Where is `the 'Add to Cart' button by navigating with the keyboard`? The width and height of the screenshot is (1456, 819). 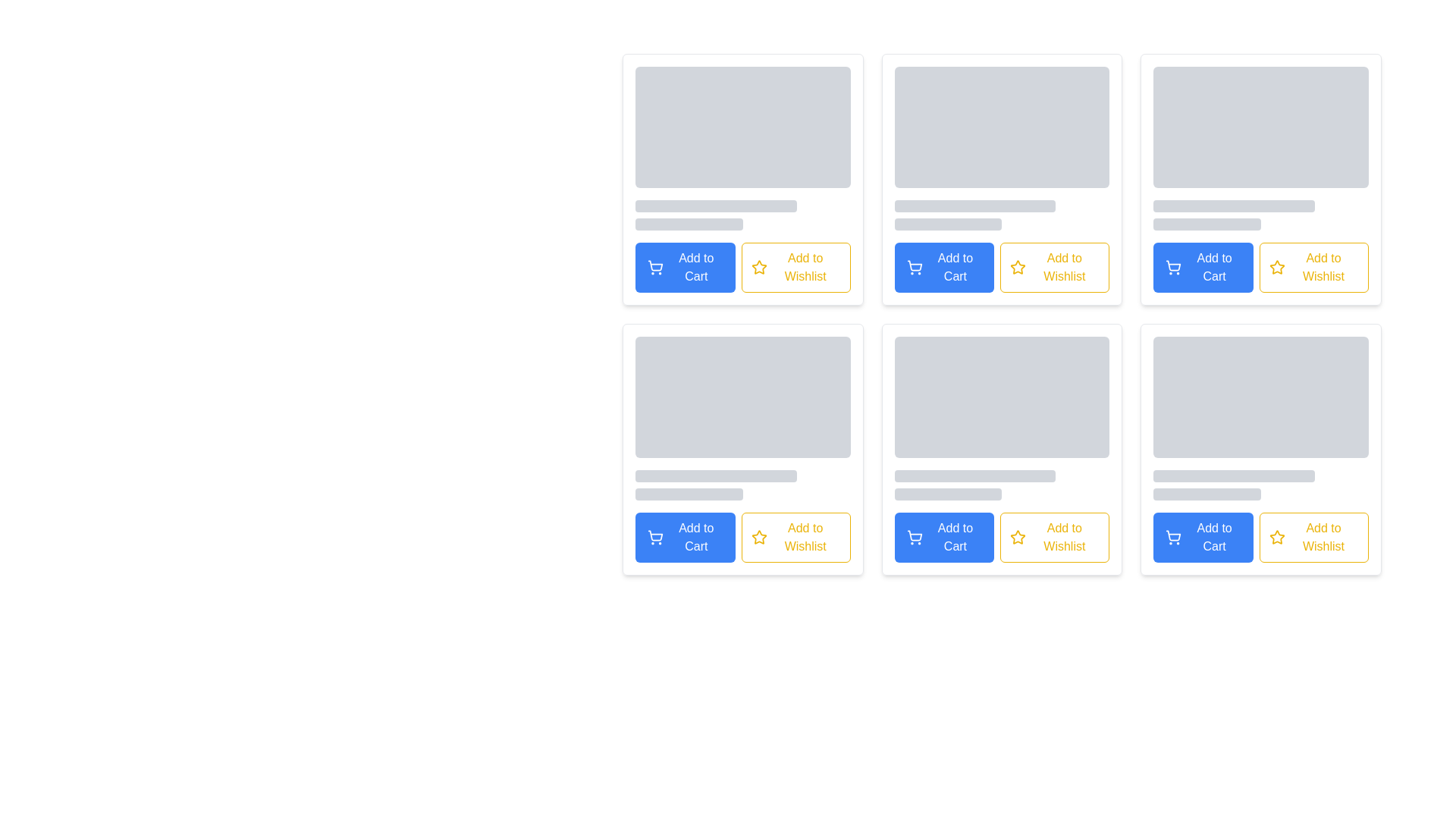
the 'Add to Cart' button by navigating with the keyboard is located at coordinates (1172, 537).